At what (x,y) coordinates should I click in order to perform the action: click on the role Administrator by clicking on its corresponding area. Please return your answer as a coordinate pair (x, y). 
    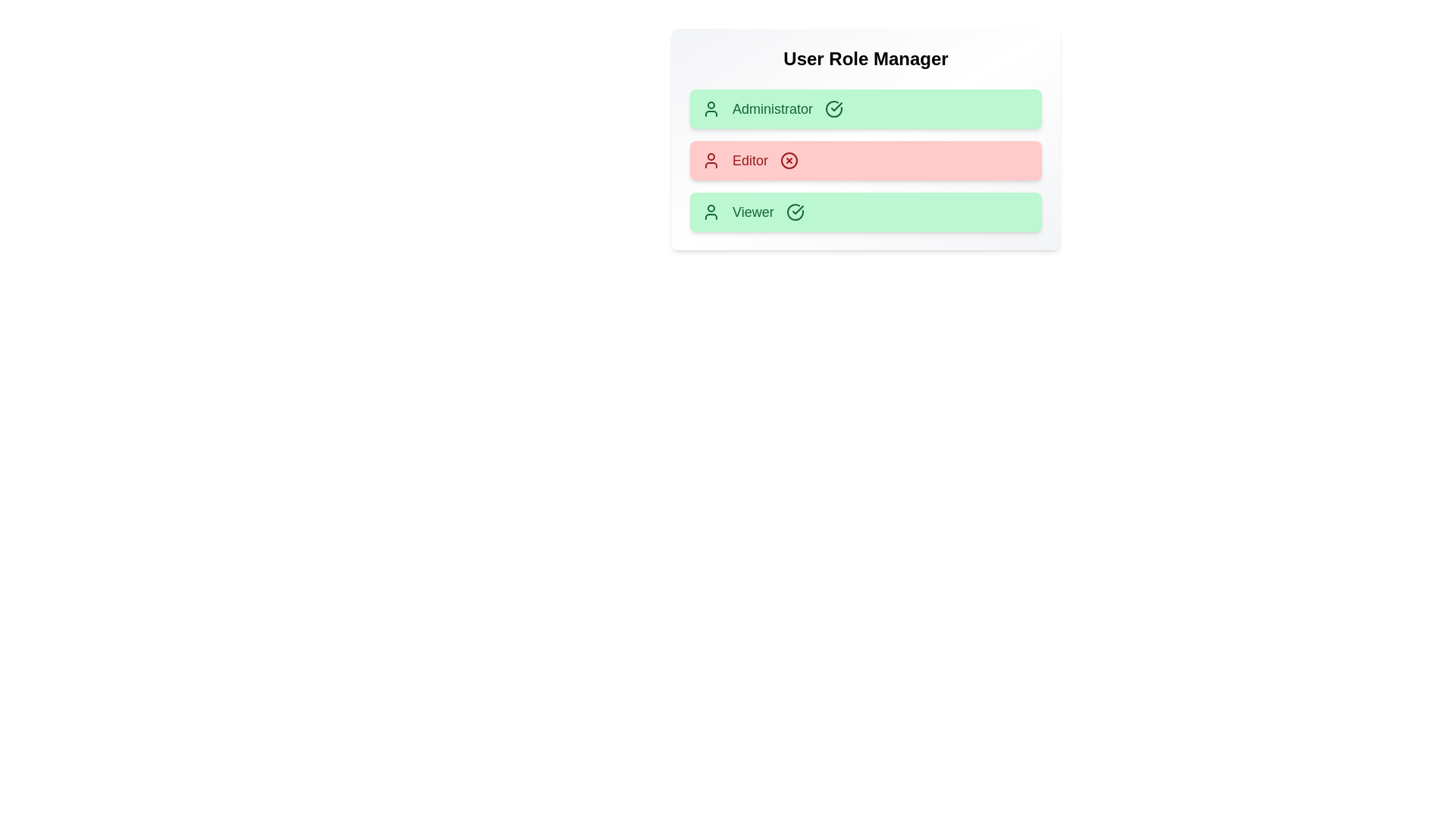
    Looking at the image, I should click on (866, 108).